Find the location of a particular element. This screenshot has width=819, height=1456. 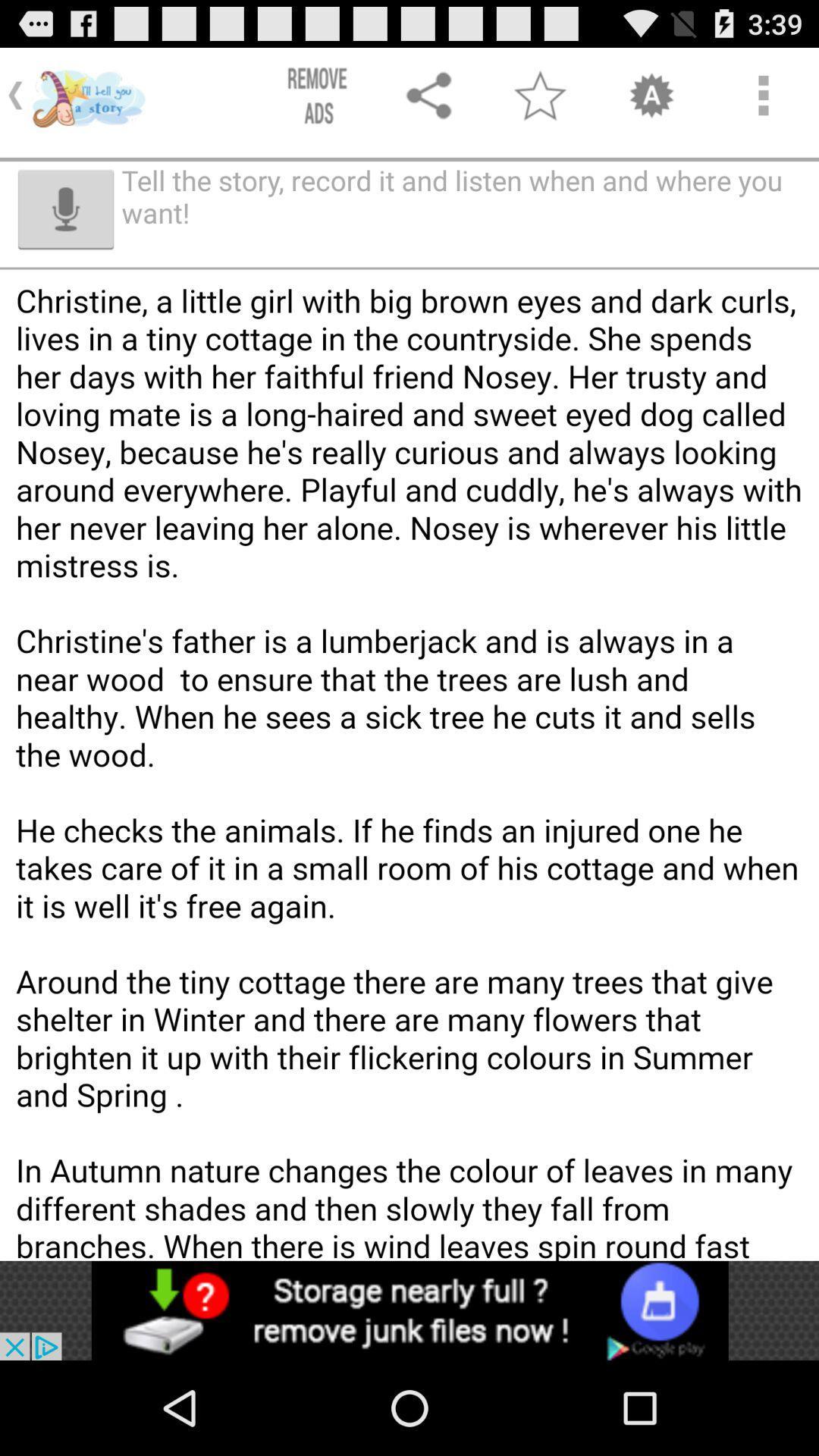

open page is located at coordinates (409, 1310).